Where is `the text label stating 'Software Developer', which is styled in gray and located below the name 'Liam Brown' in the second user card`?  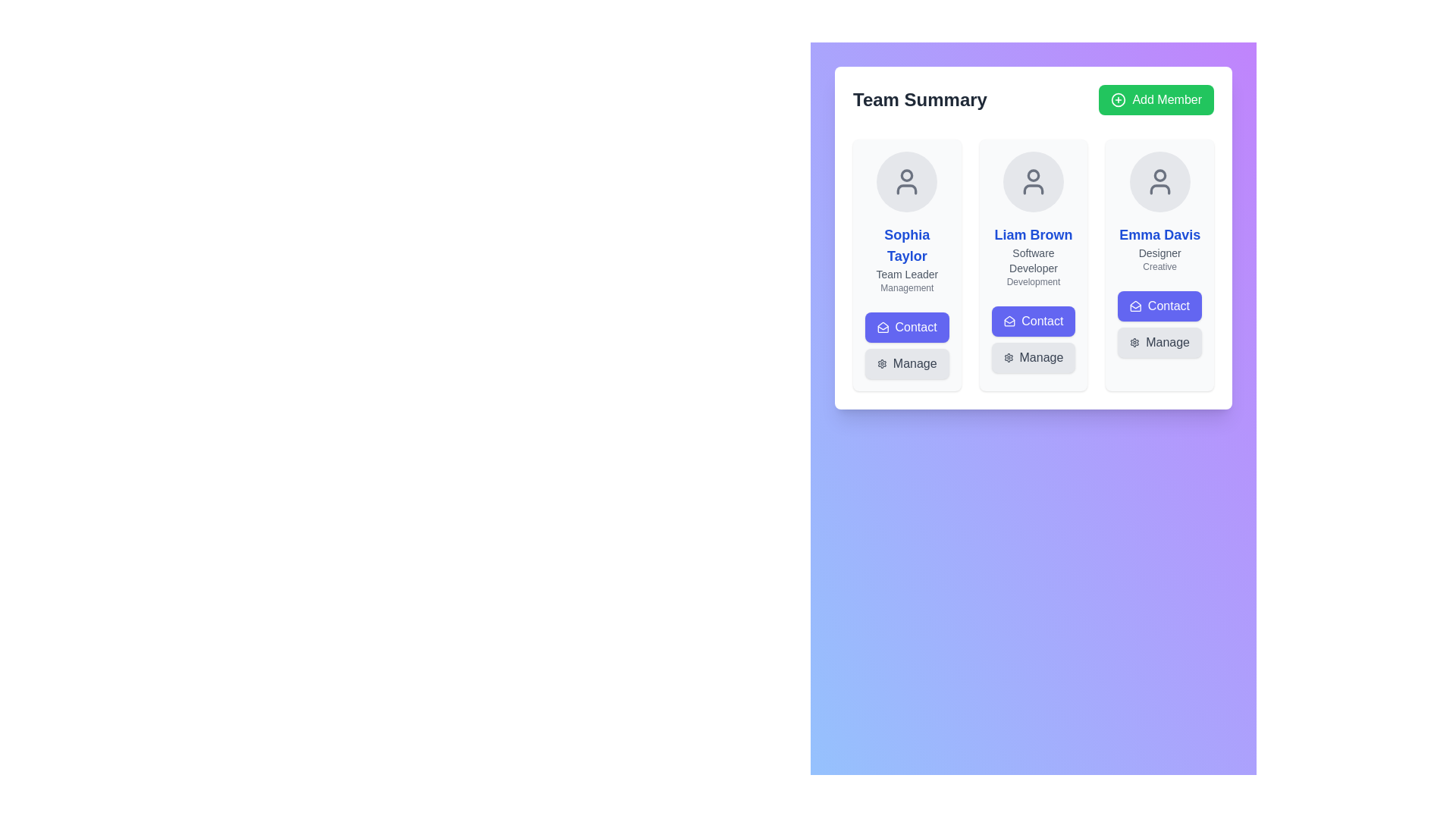 the text label stating 'Software Developer', which is styled in gray and located below the name 'Liam Brown' in the second user card is located at coordinates (1033, 259).